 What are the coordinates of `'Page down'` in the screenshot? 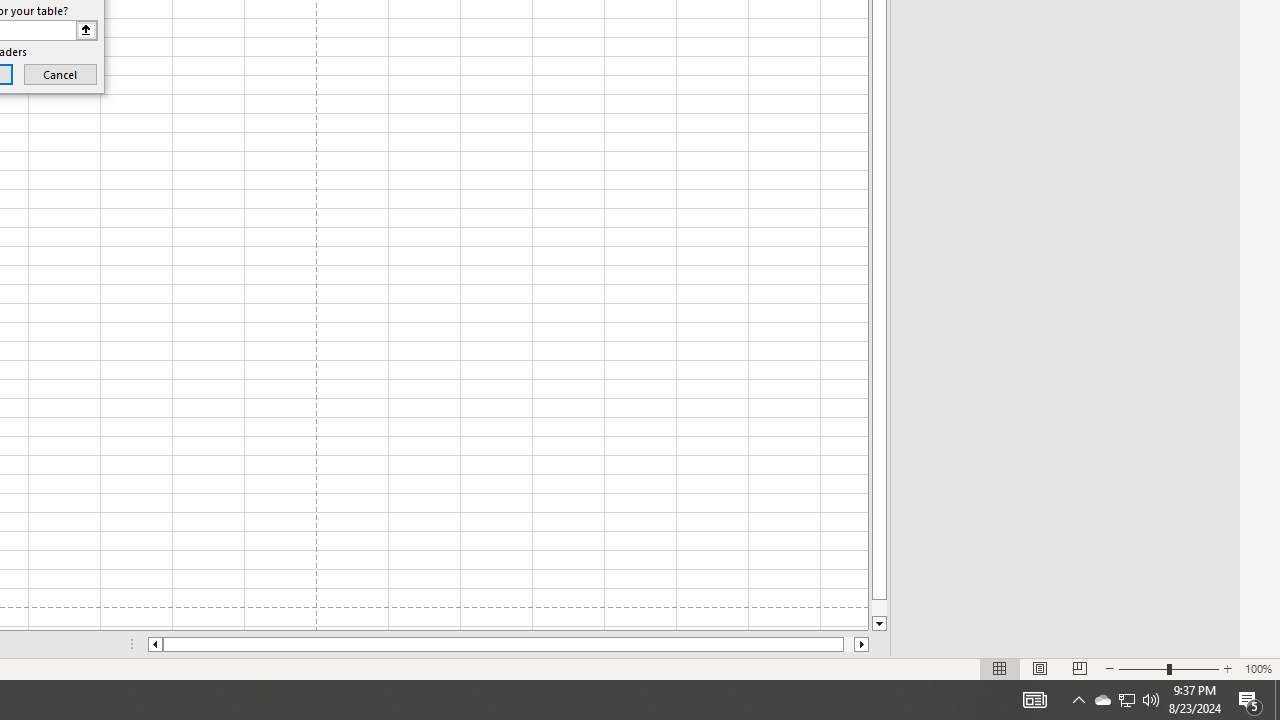 It's located at (879, 607).